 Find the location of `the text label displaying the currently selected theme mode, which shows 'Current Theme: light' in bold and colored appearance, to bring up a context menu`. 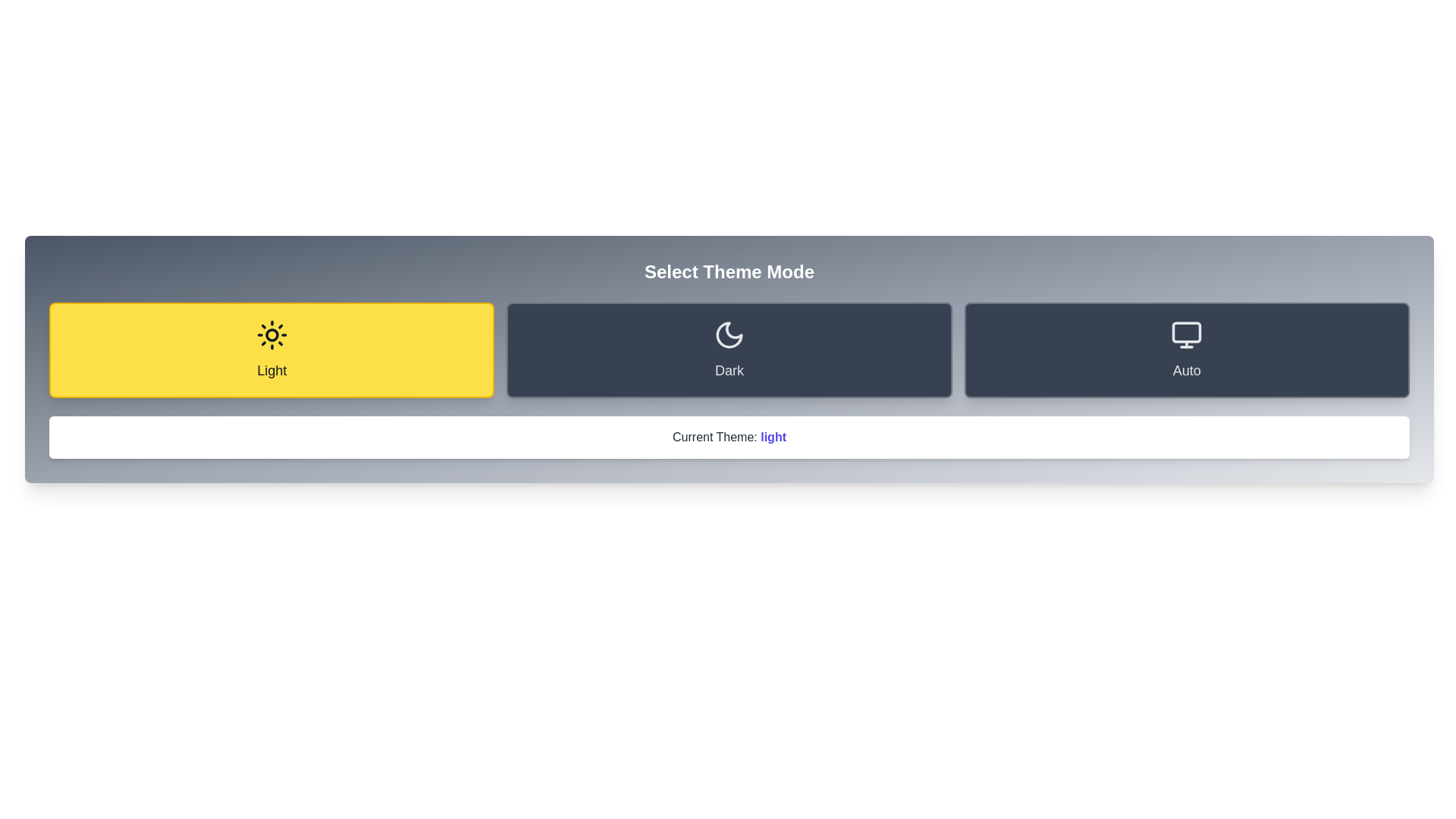

the text label displaying the currently selected theme mode, which shows 'Current Theme: light' in bold and colored appearance, to bring up a context menu is located at coordinates (773, 436).